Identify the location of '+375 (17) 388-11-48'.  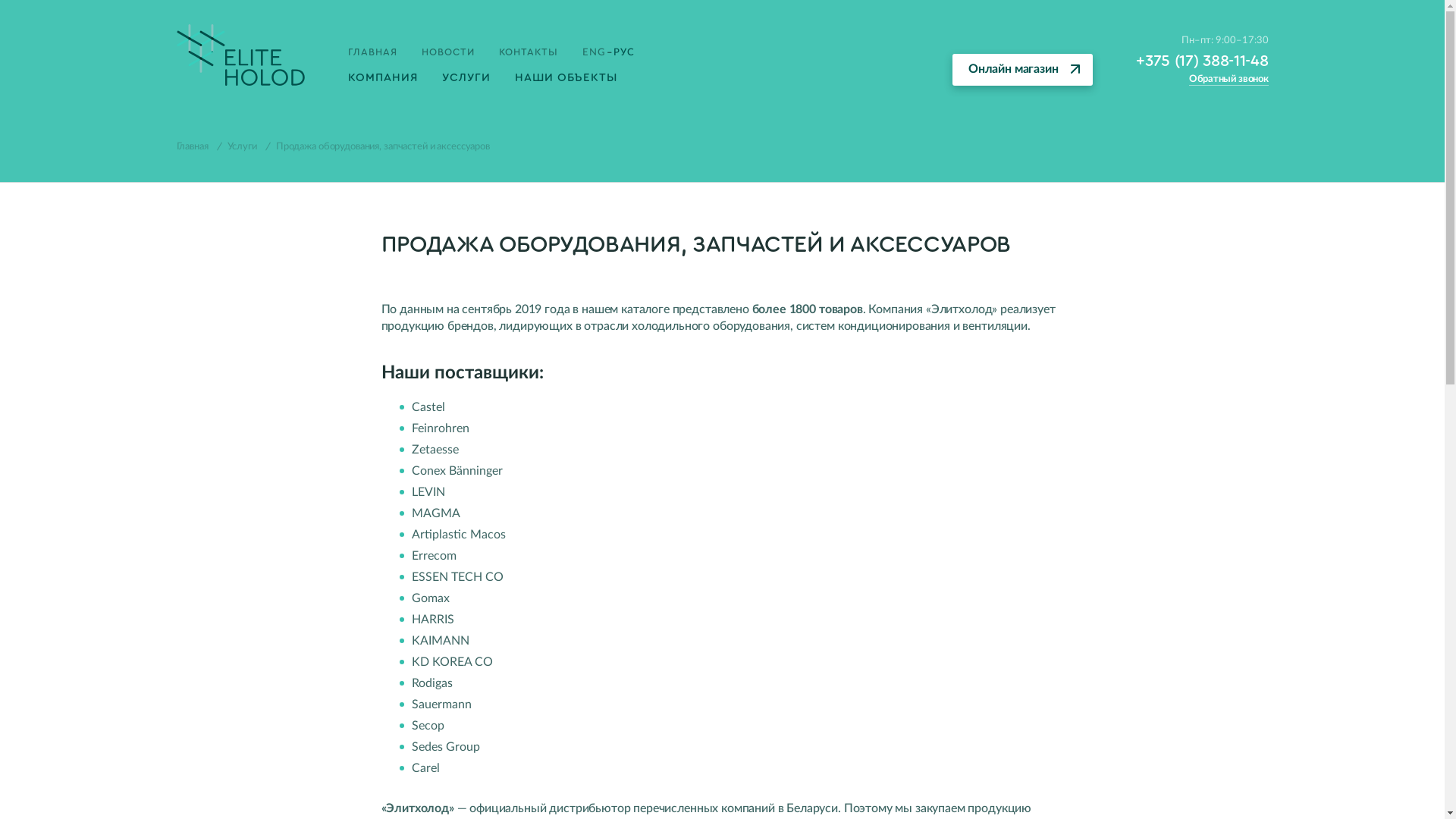
(1135, 60).